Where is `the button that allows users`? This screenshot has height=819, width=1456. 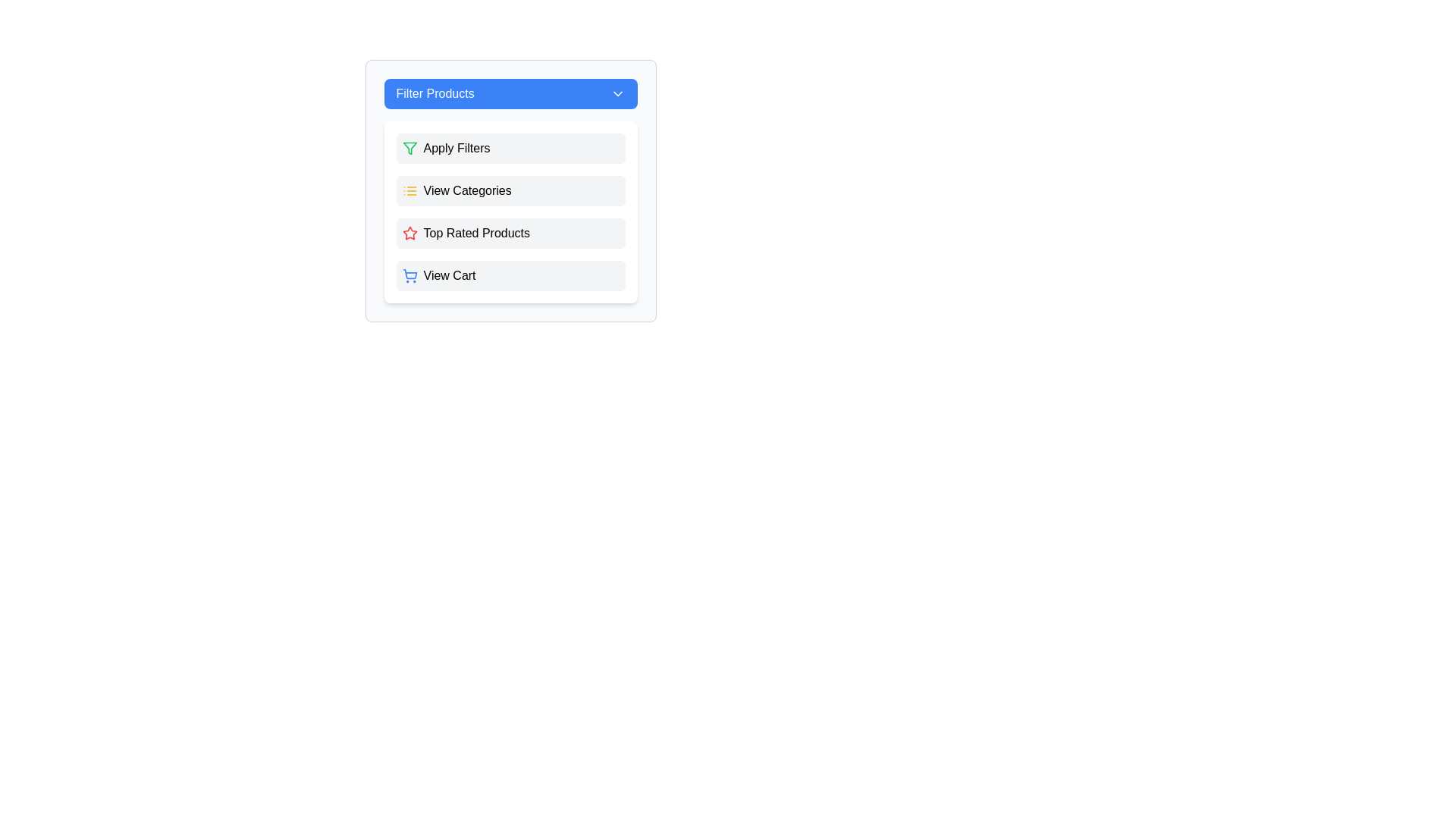 the button that allows users is located at coordinates (510, 212).